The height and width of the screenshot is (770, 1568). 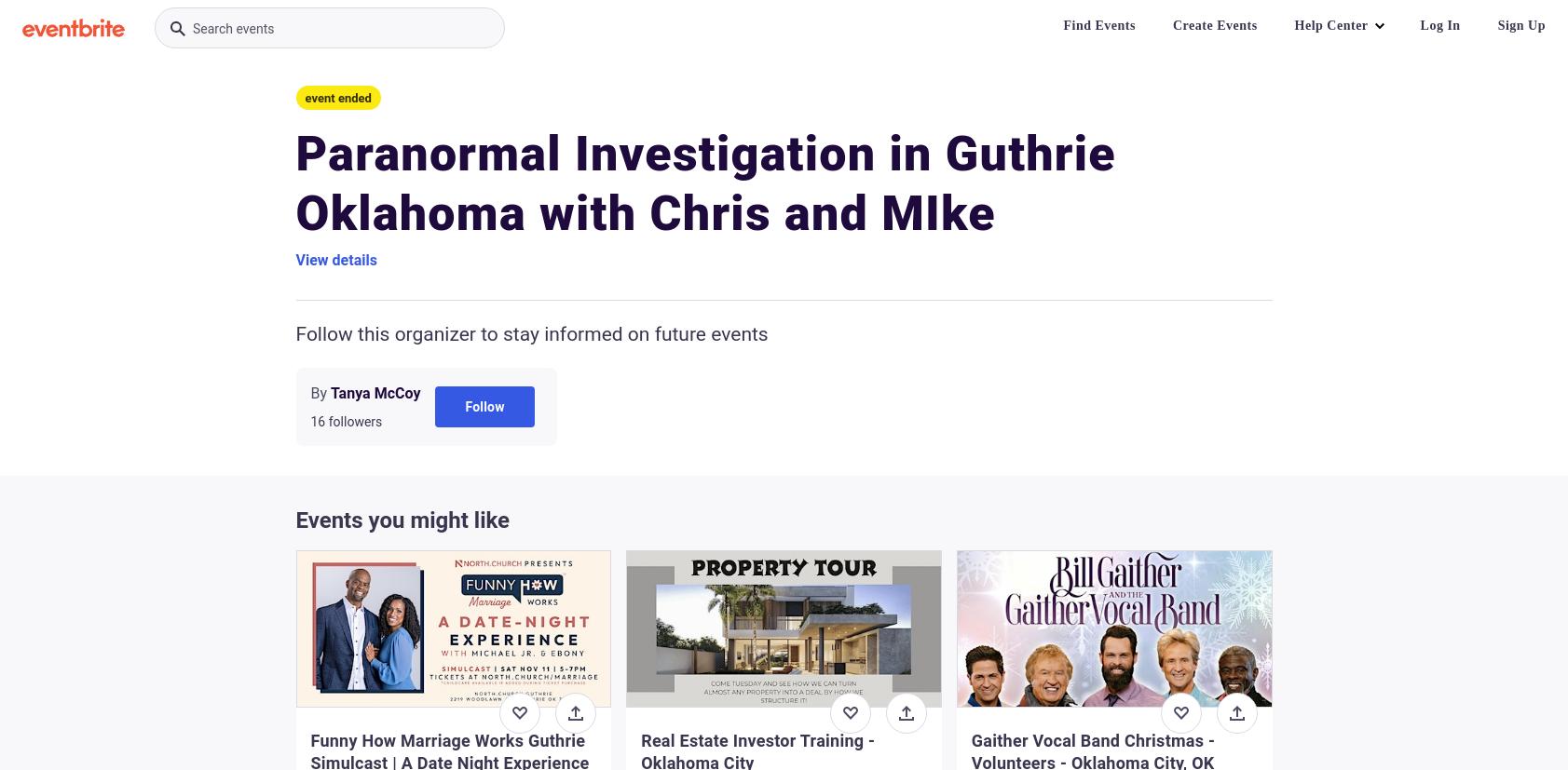 I want to click on '16', so click(x=317, y=422).